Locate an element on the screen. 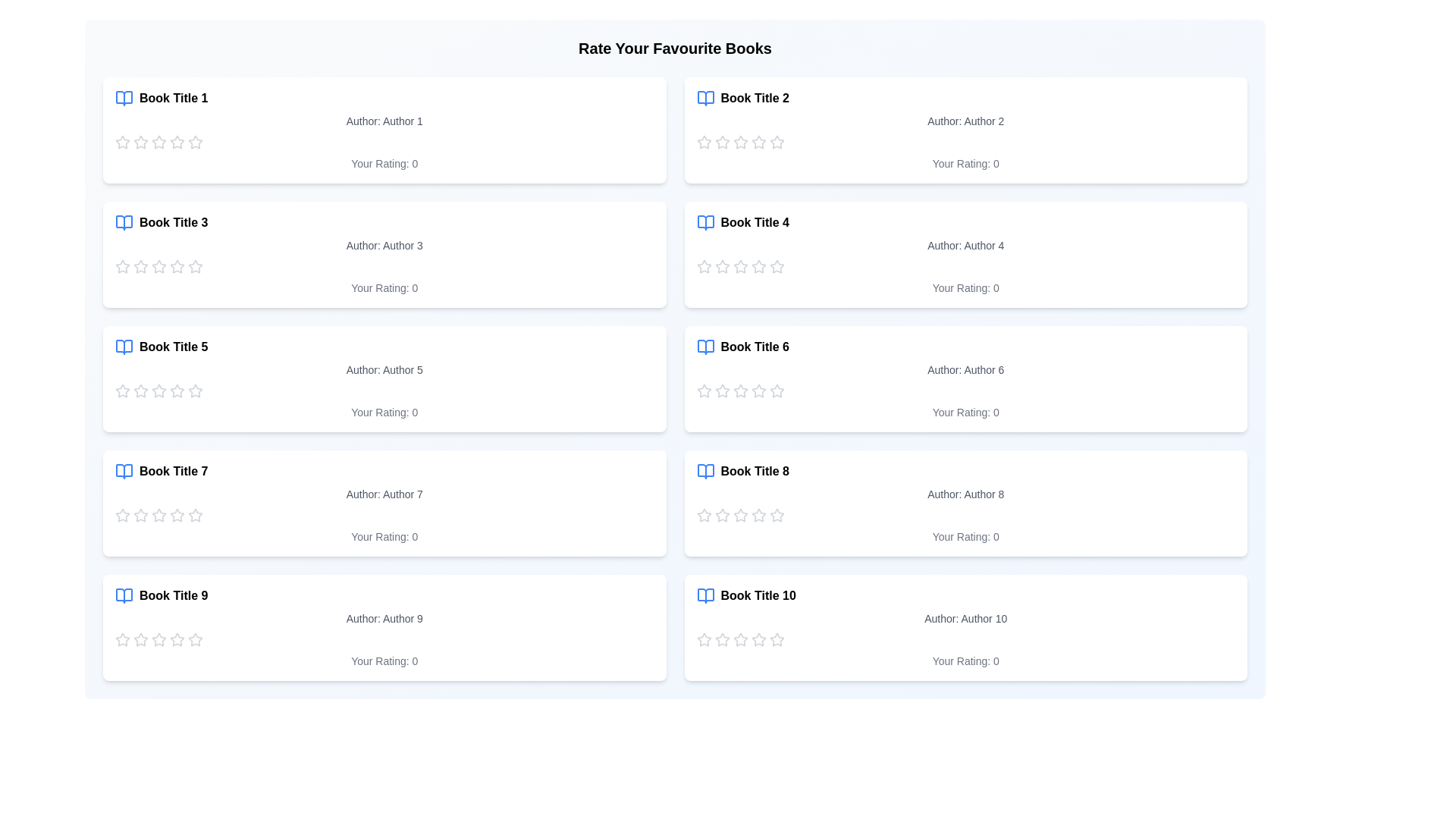 The width and height of the screenshot is (1456, 819). the star icon to set the rating for a book to 4 is located at coordinates (177, 143).